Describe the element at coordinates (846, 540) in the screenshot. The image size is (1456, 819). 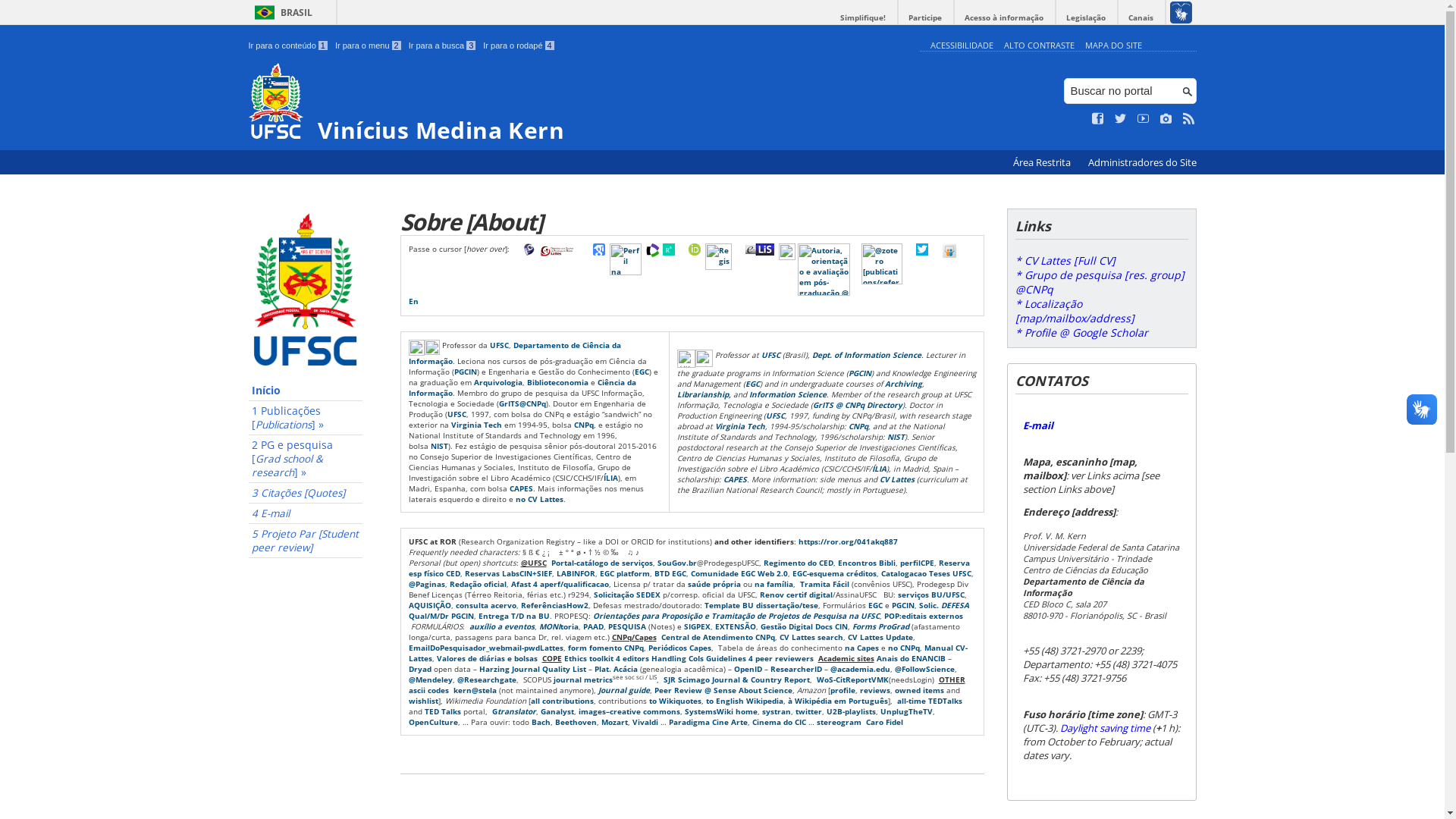
I see `'https://ror.org/041akq887'` at that location.